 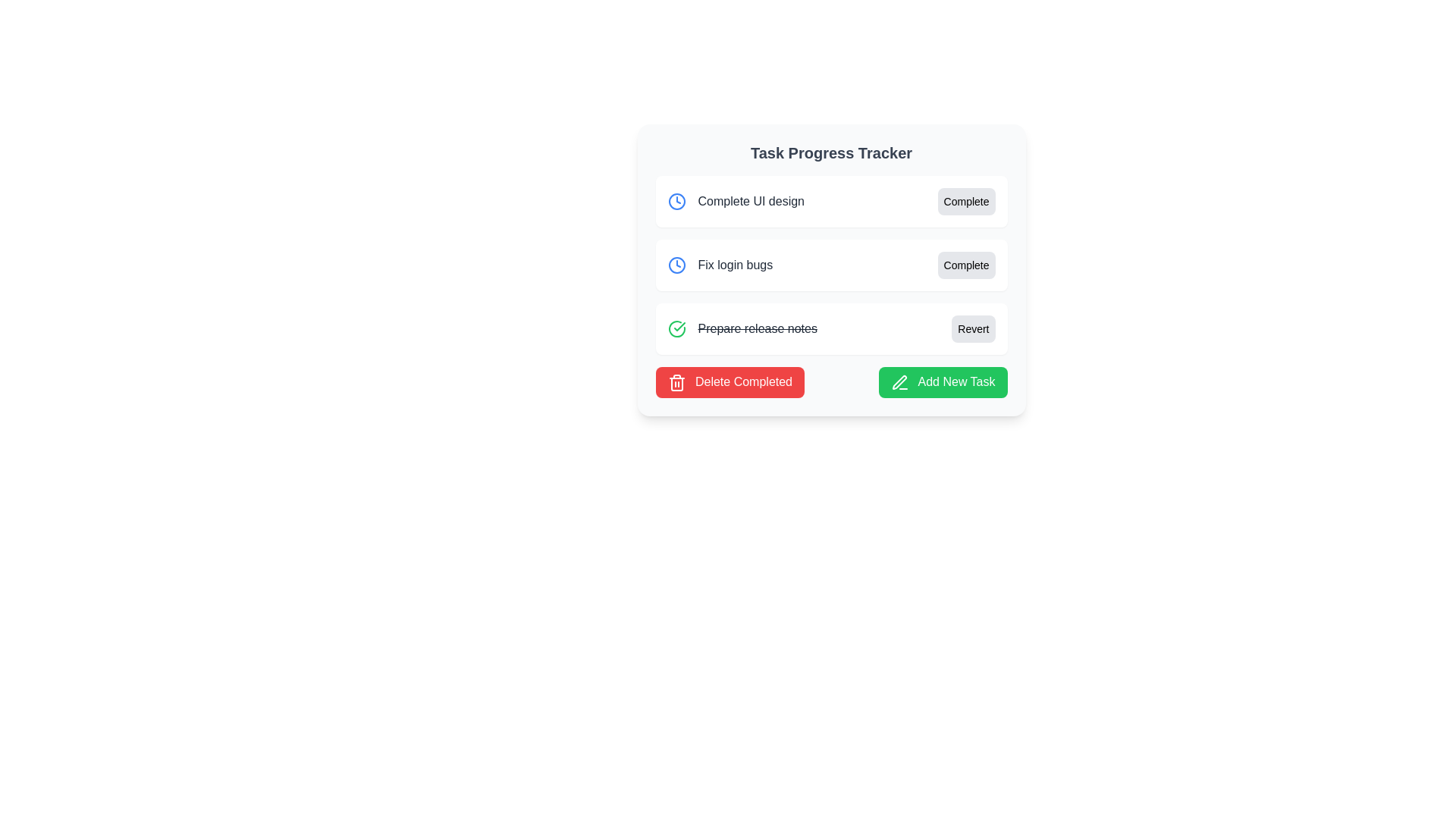 What do you see at coordinates (742, 328) in the screenshot?
I see `the text label with a green checkmark icon that says 'Prepare release notes', styled with a strikethrough effect, located in the bottom task row of the Task Progress Tracker interface` at bounding box center [742, 328].